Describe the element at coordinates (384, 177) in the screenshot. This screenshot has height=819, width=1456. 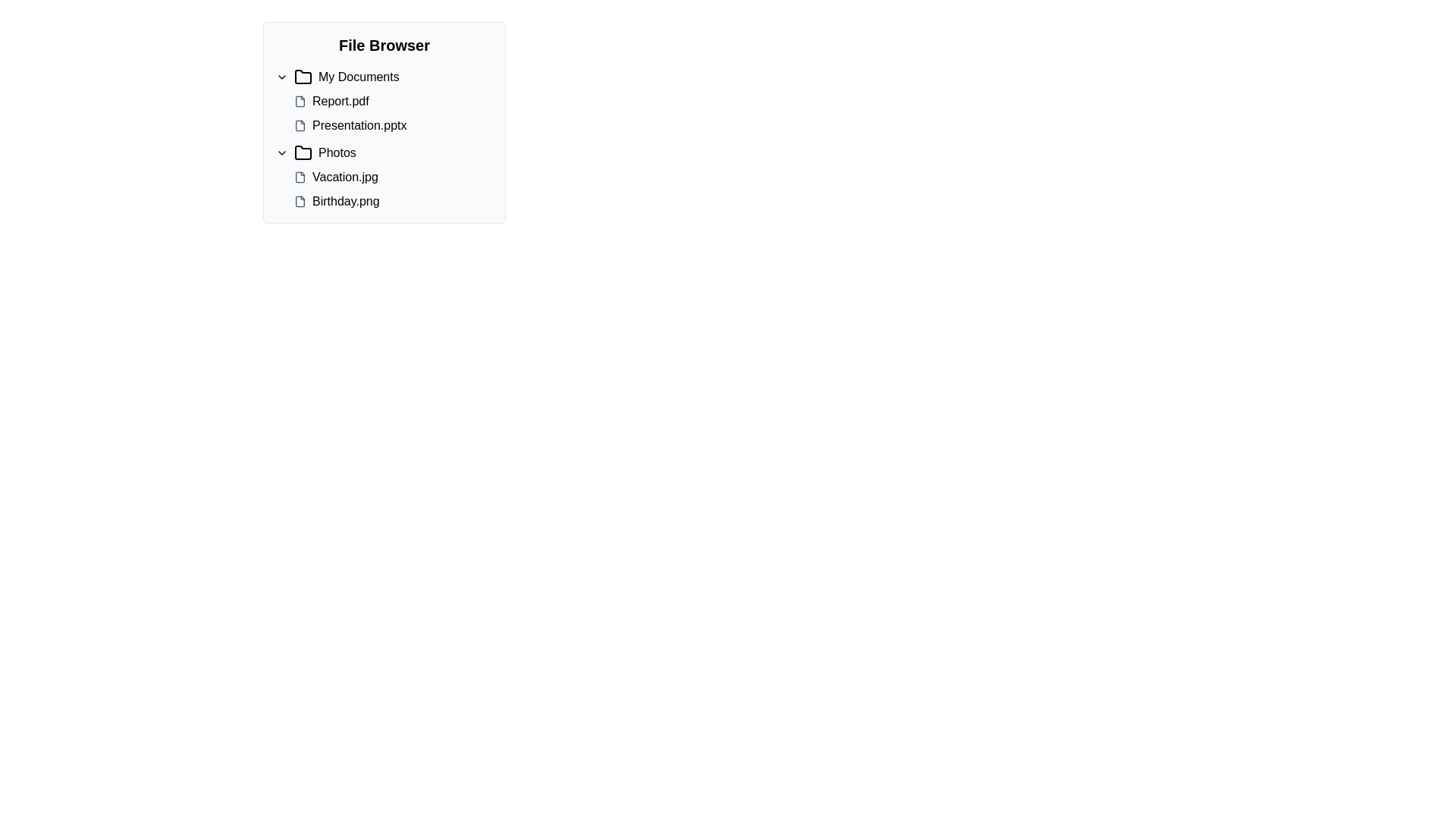
I see `the file names 'Vacation.jpg' and 'Birthday.png' in the 'Photos' folder for preview` at that location.